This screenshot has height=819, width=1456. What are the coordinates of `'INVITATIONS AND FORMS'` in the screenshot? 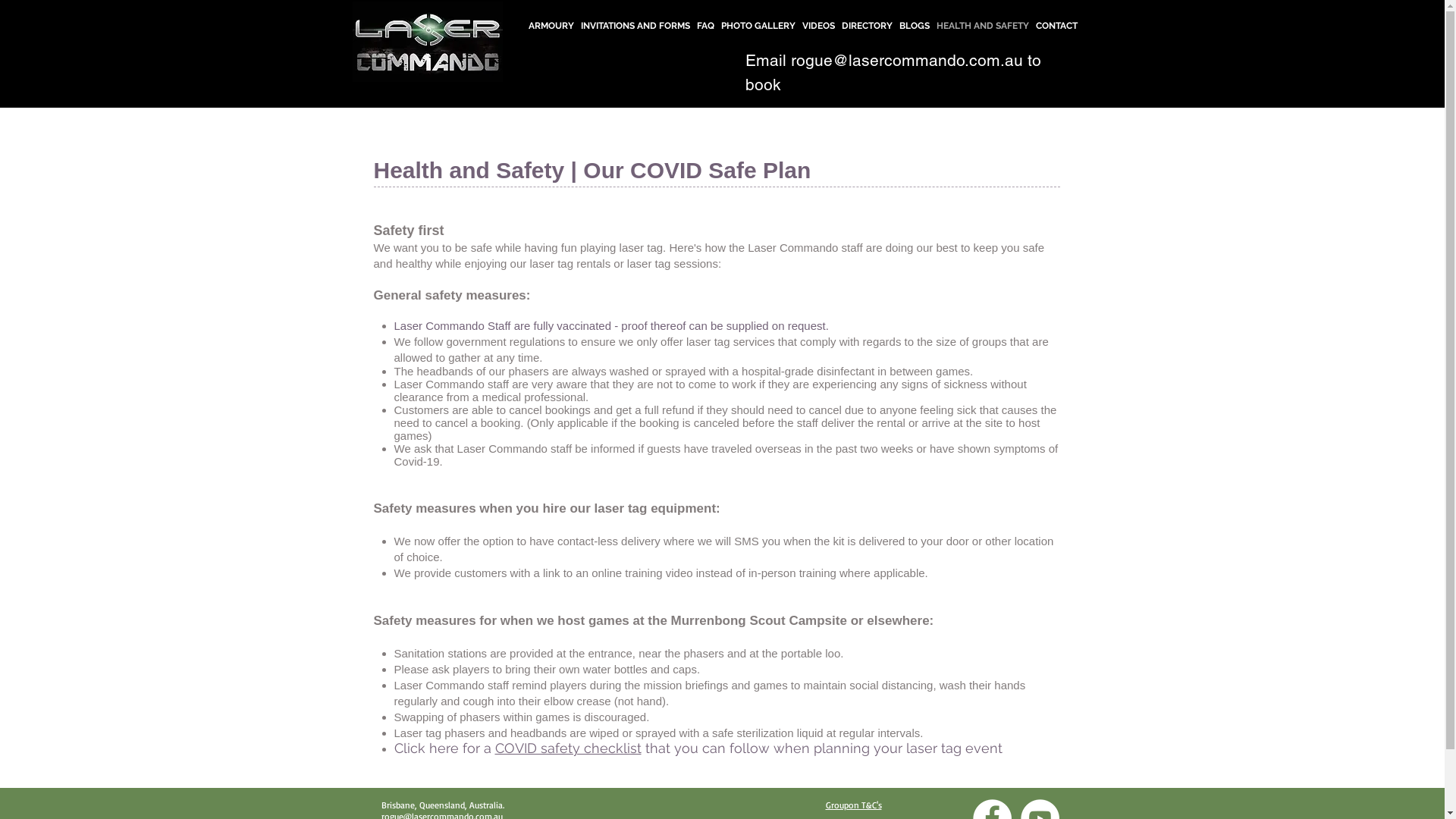 It's located at (635, 26).